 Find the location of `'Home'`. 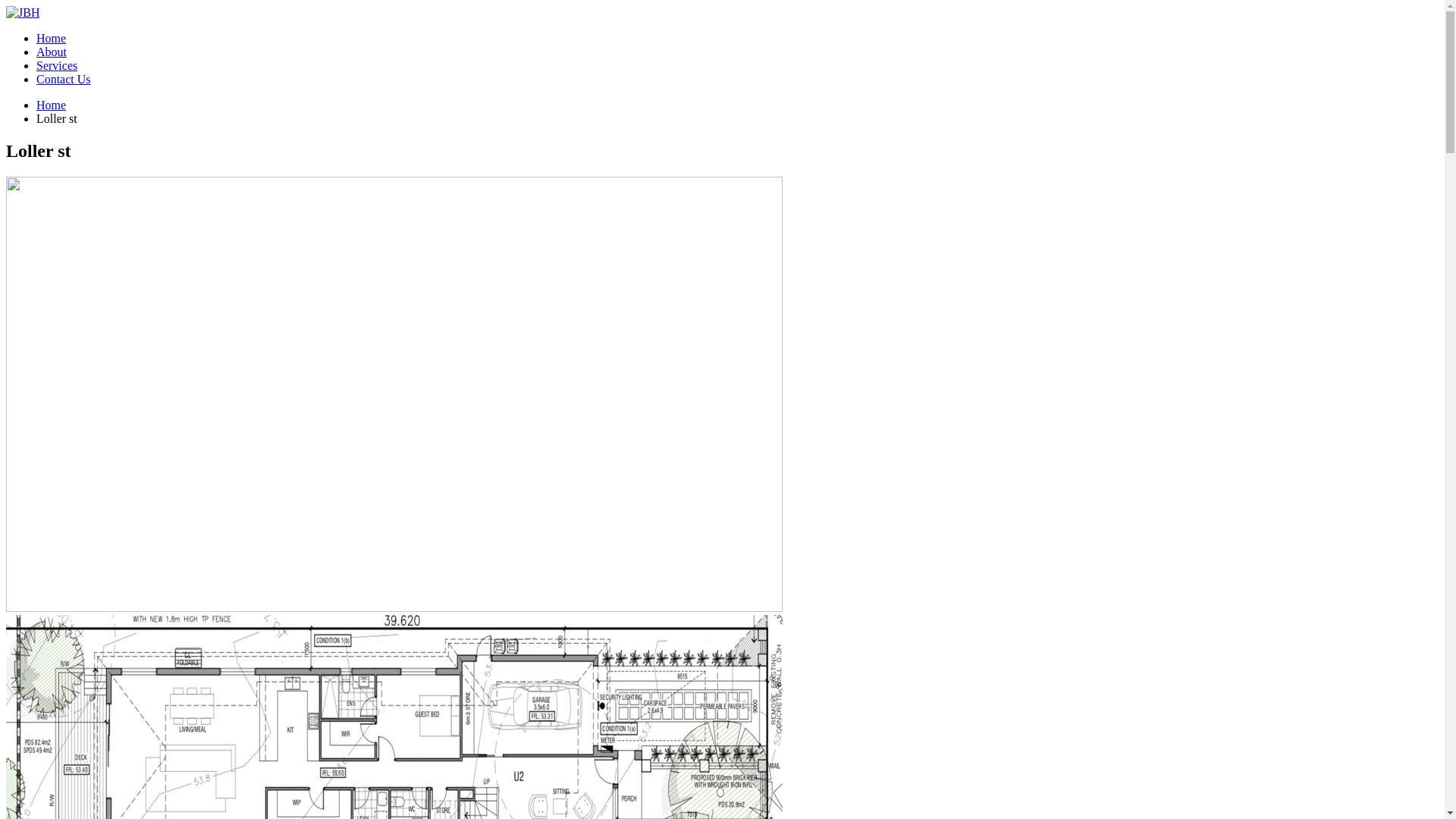

'Home' is located at coordinates (51, 104).